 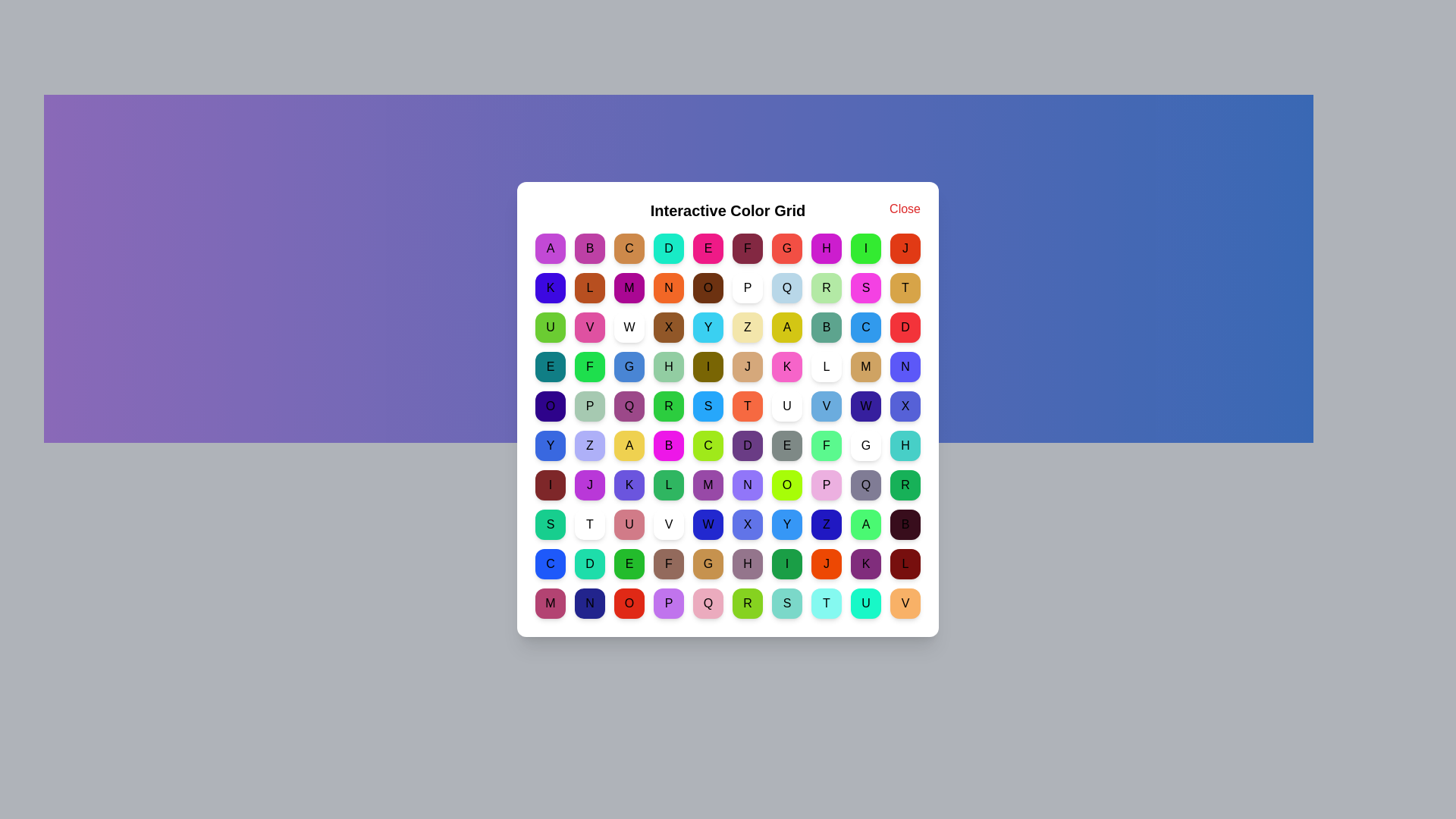 What do you see at coordinates (866, 288) in the screenshot?
I see `the grid cell labeled S to view its color message` at bounding box center [866, 288].